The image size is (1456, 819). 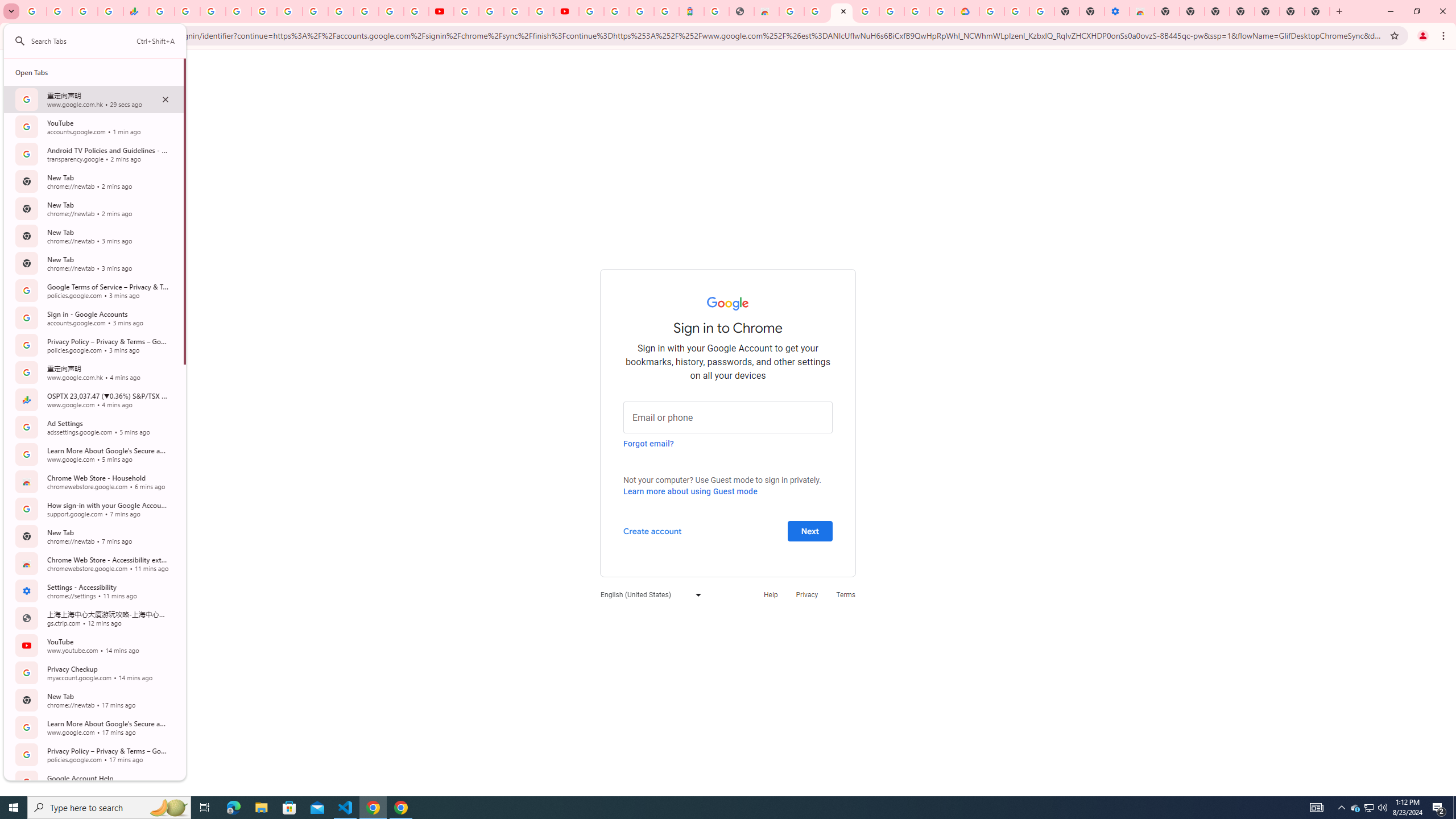 What do you see at coordinates (93, 781) in the screenshot?
I see `'Google Account Help support.google.com 17 mins ago Open Tab'` at bounding box center [93, 781].